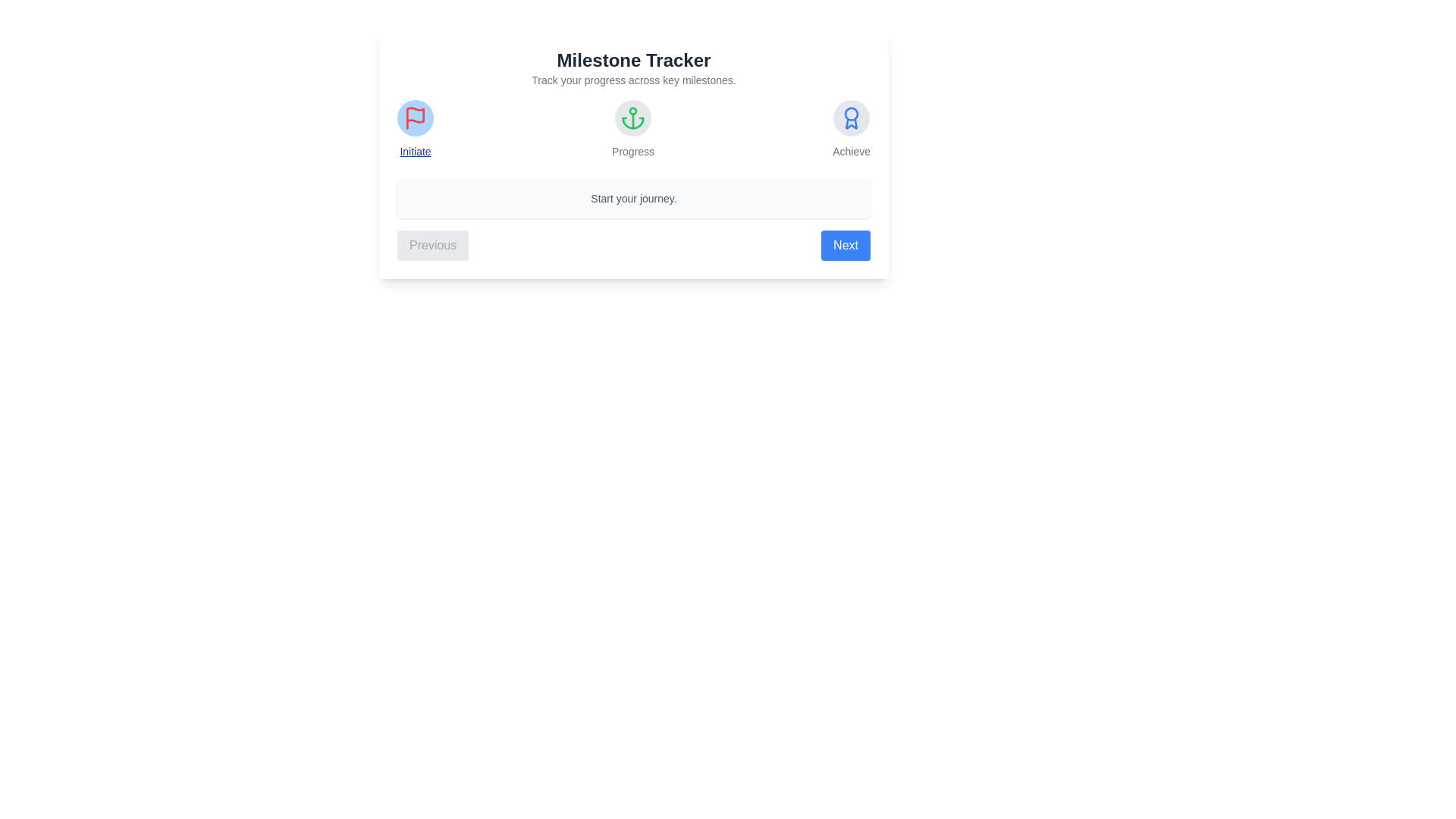  What do you see at coordinates (852, 117) in the screenshot?
I see `the milestone icon for Achieve` at bounding box center [852, 117].